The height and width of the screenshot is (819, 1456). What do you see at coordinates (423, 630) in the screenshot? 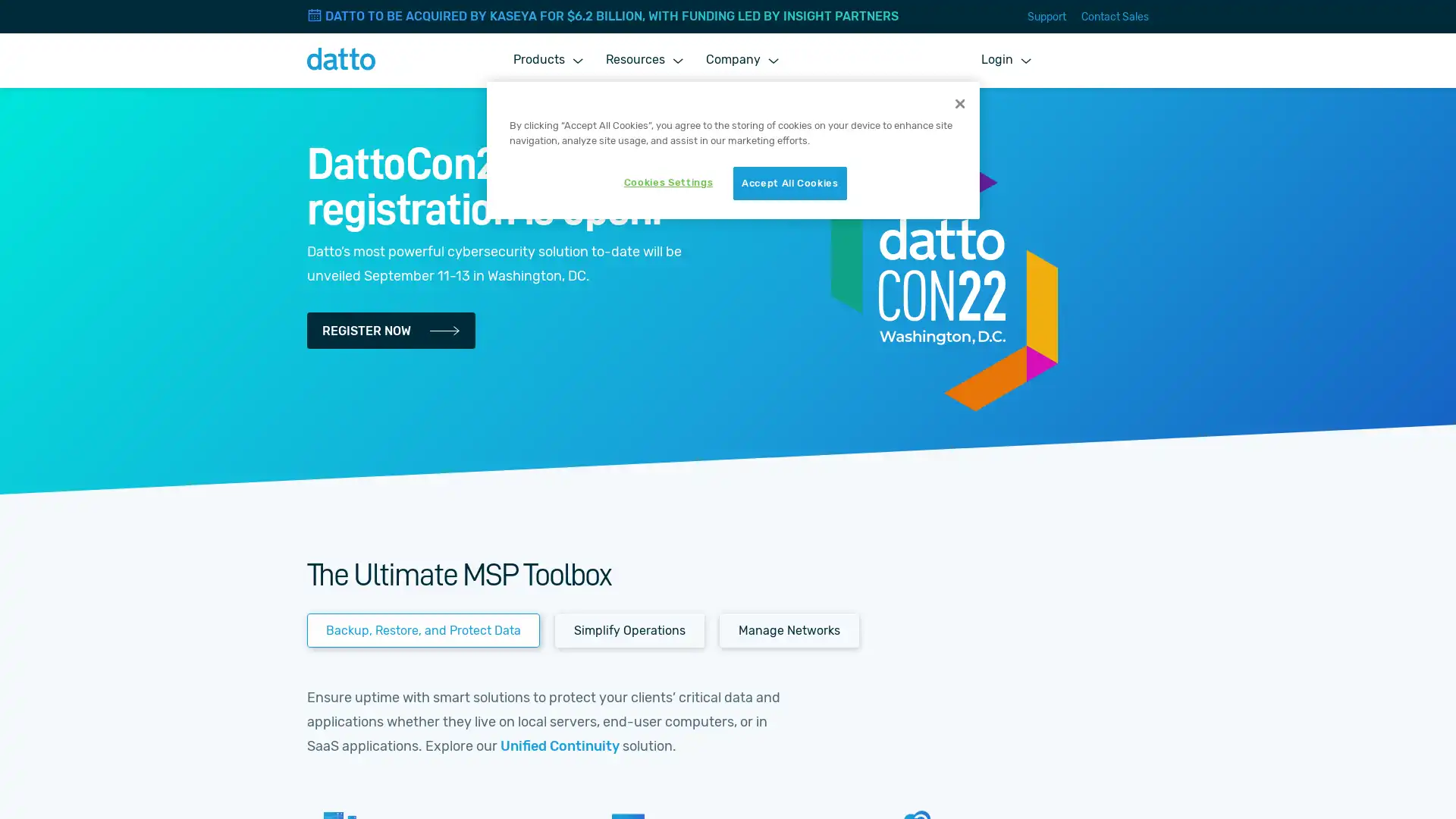
I see `Backup, Restore, and Protect Data` at bounding box center [423, 630].